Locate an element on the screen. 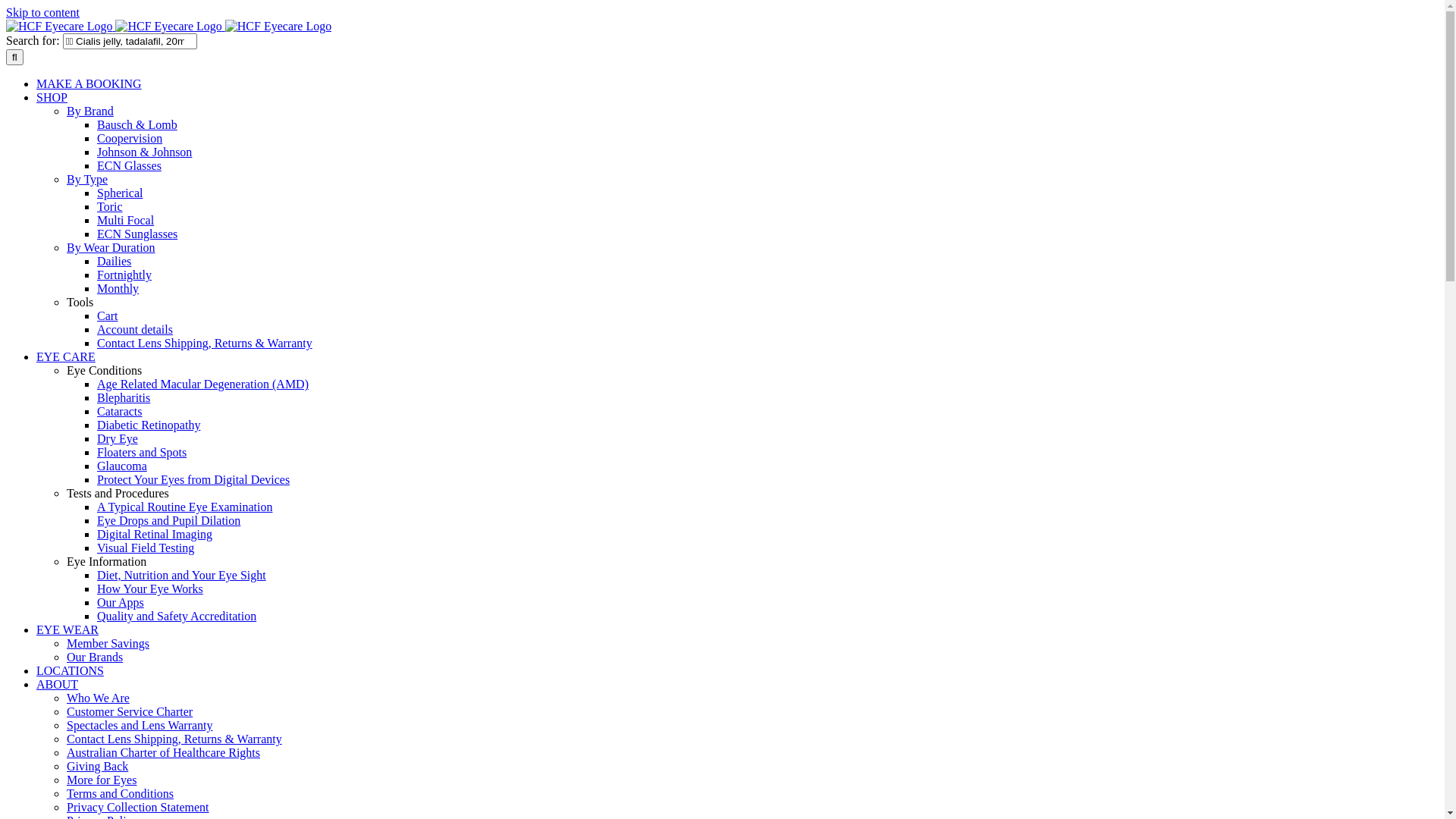  'Blepharitis' is located at coordinates (124, 397).